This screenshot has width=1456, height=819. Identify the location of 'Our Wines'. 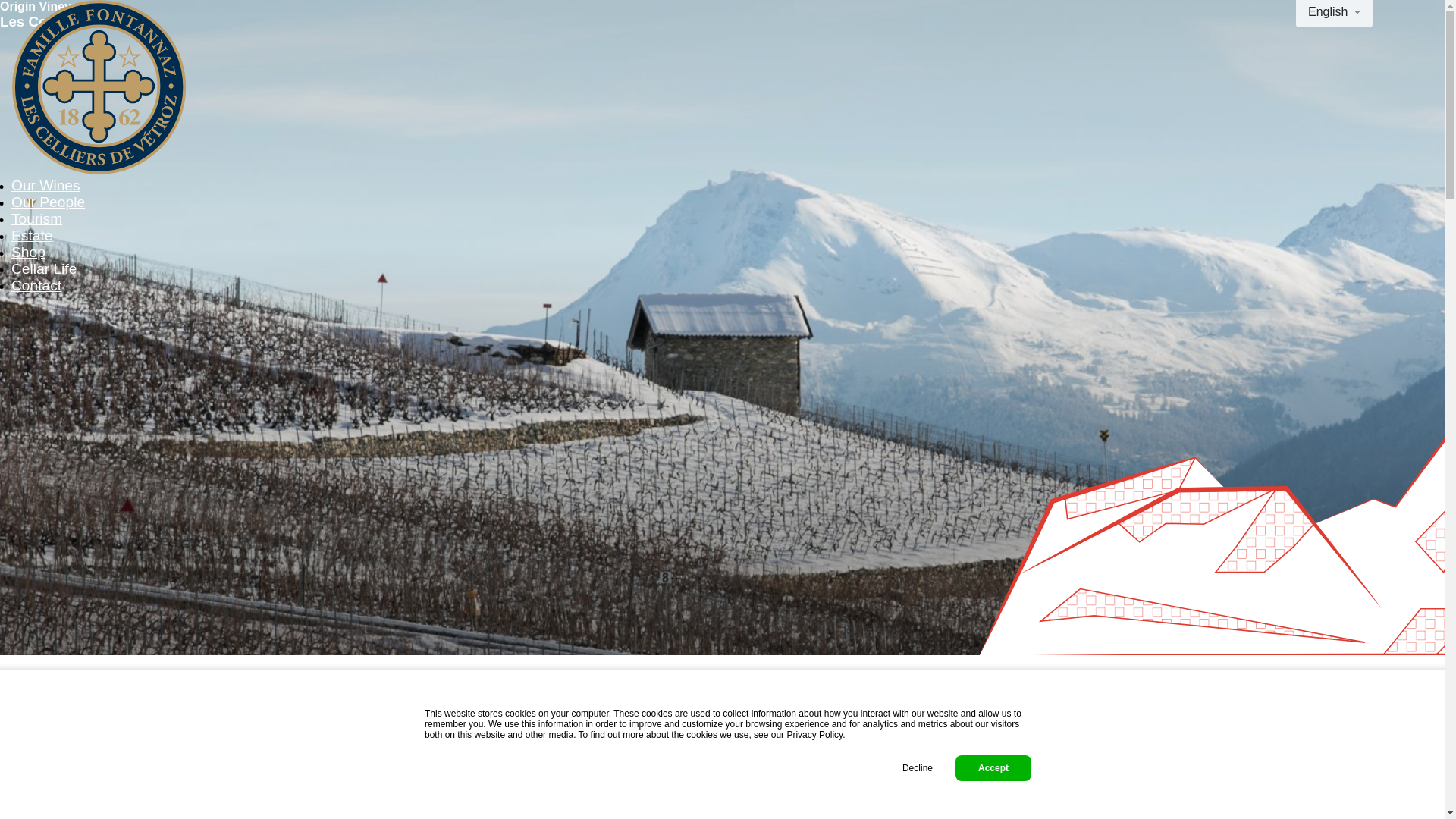
(11, 184).